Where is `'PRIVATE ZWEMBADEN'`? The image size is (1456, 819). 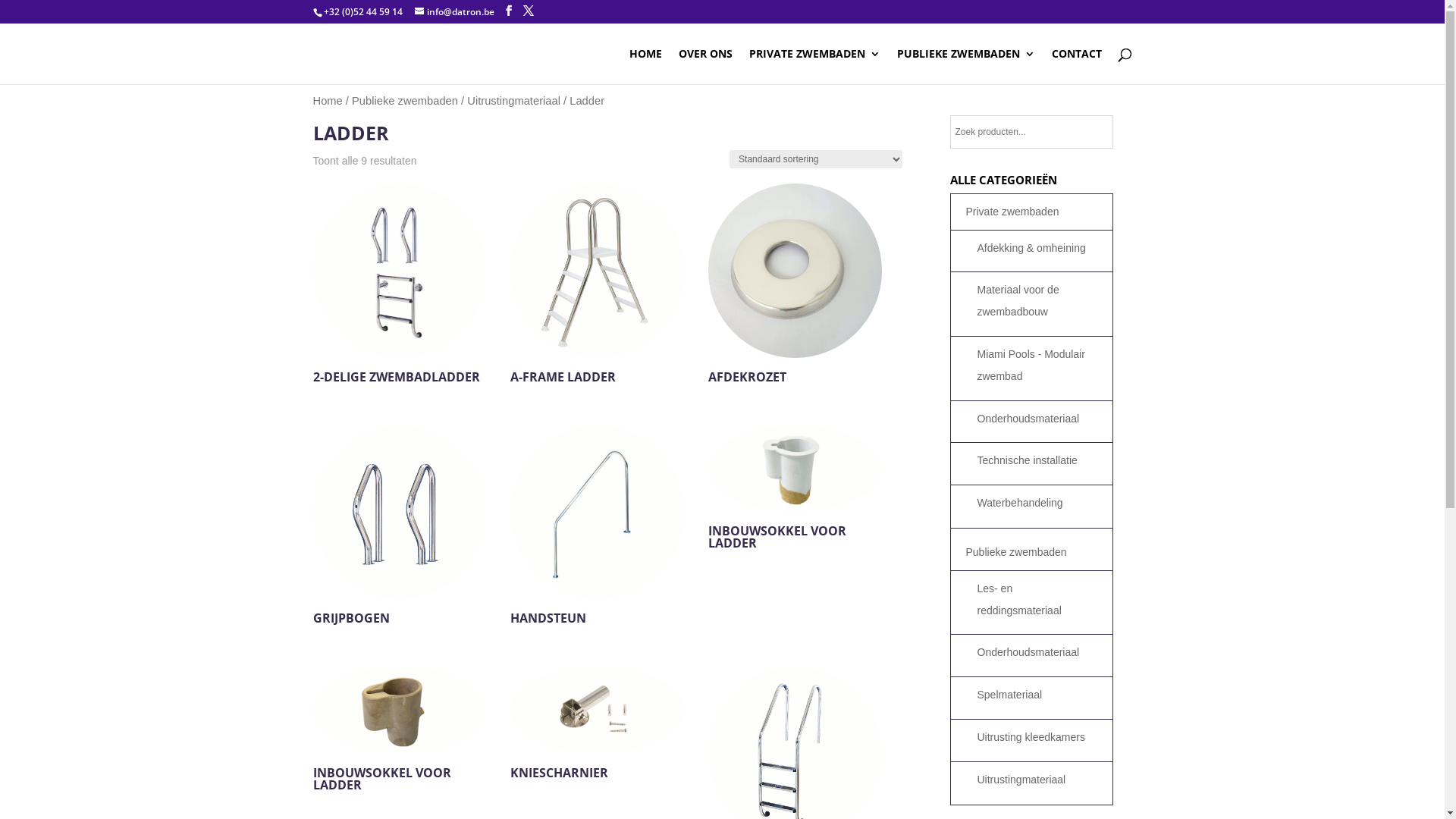 'PRIVATE ZWEMBADEN' is located at coordinates (814, 65).